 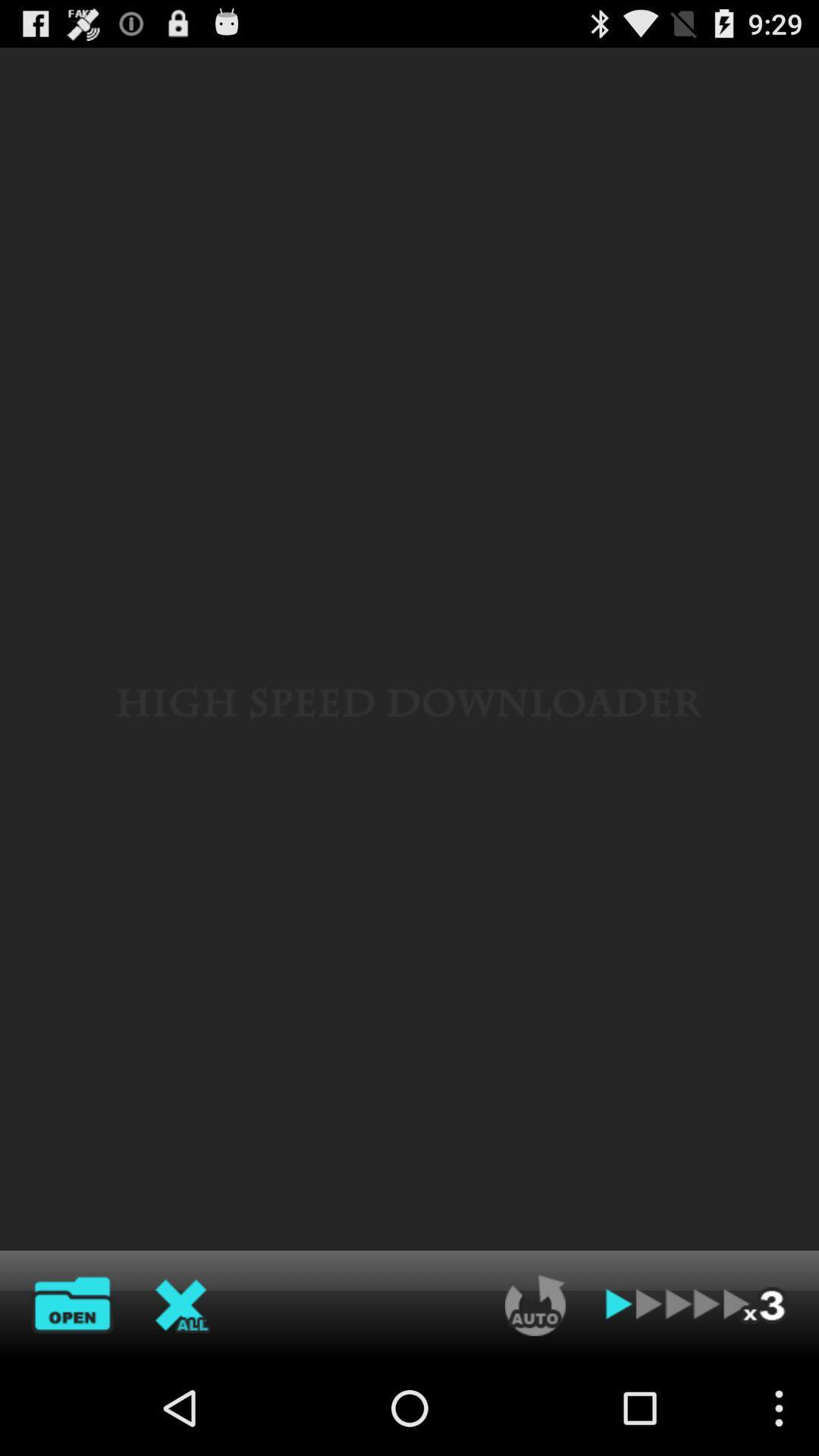 What do you see at coordinates (72, 1396) in the screenshot?
I see `the folder icon` at bounding box center [72, 1396].